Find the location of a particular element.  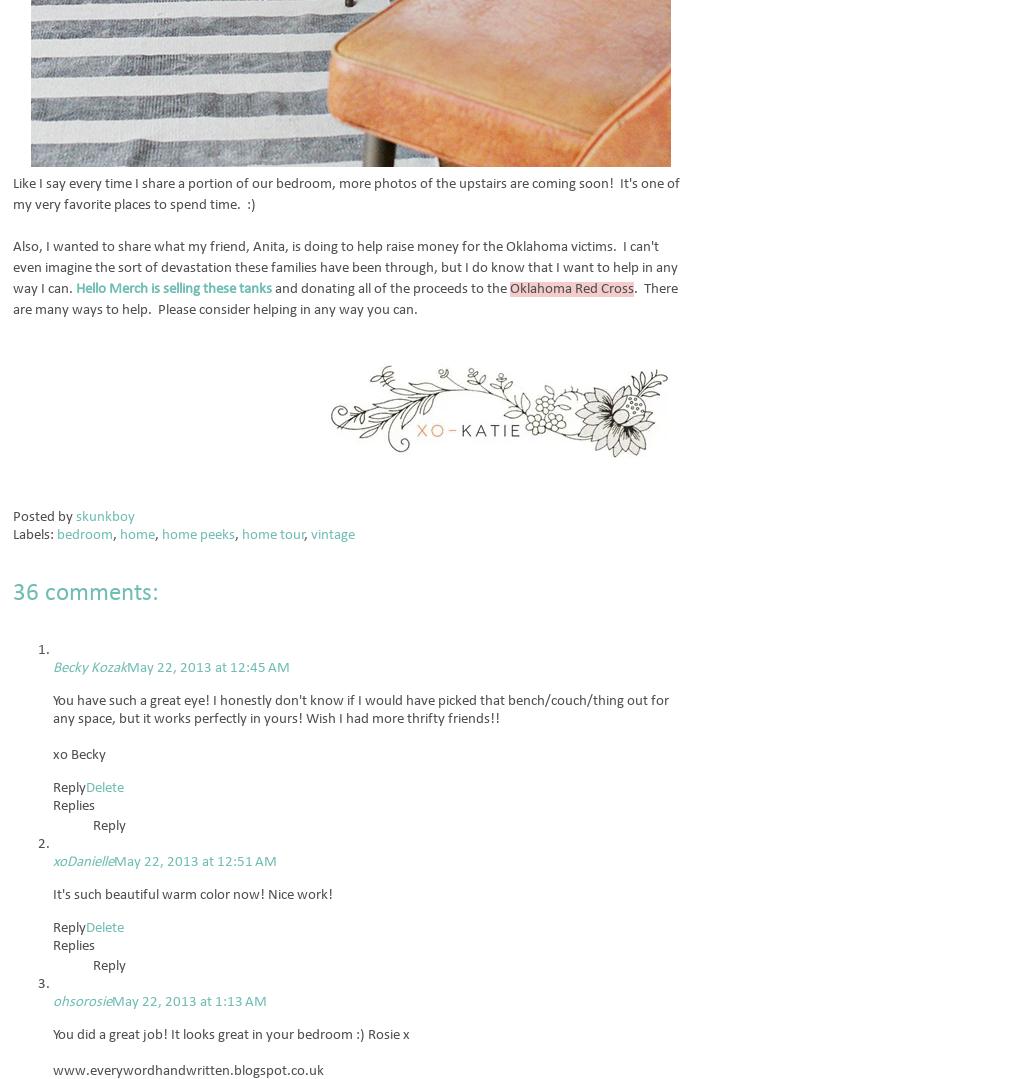

'and donating all of the proceeds to the' is located at coordinates (391, 289).